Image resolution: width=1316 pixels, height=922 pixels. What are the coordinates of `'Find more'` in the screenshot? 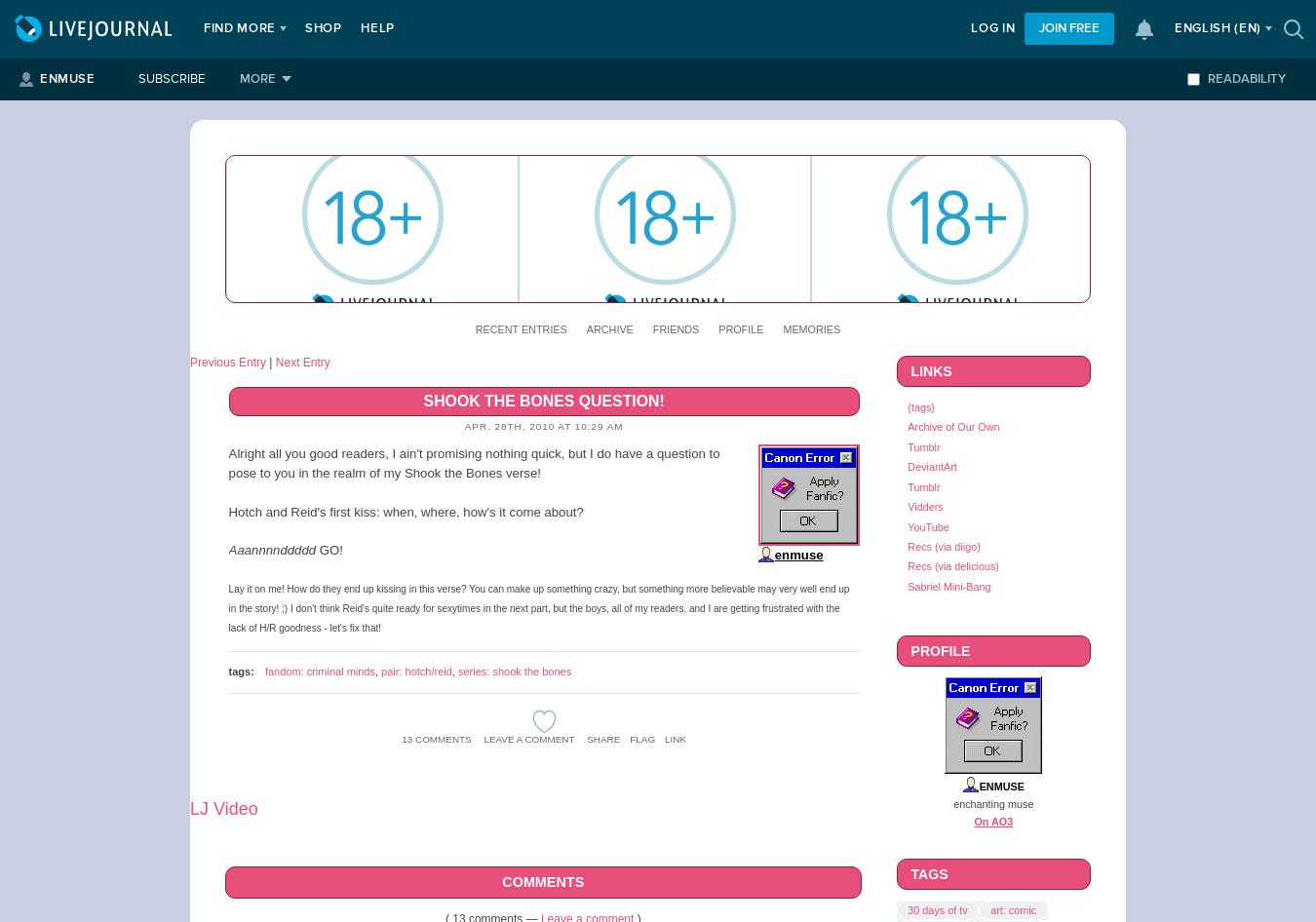 It's located at (203, 28).